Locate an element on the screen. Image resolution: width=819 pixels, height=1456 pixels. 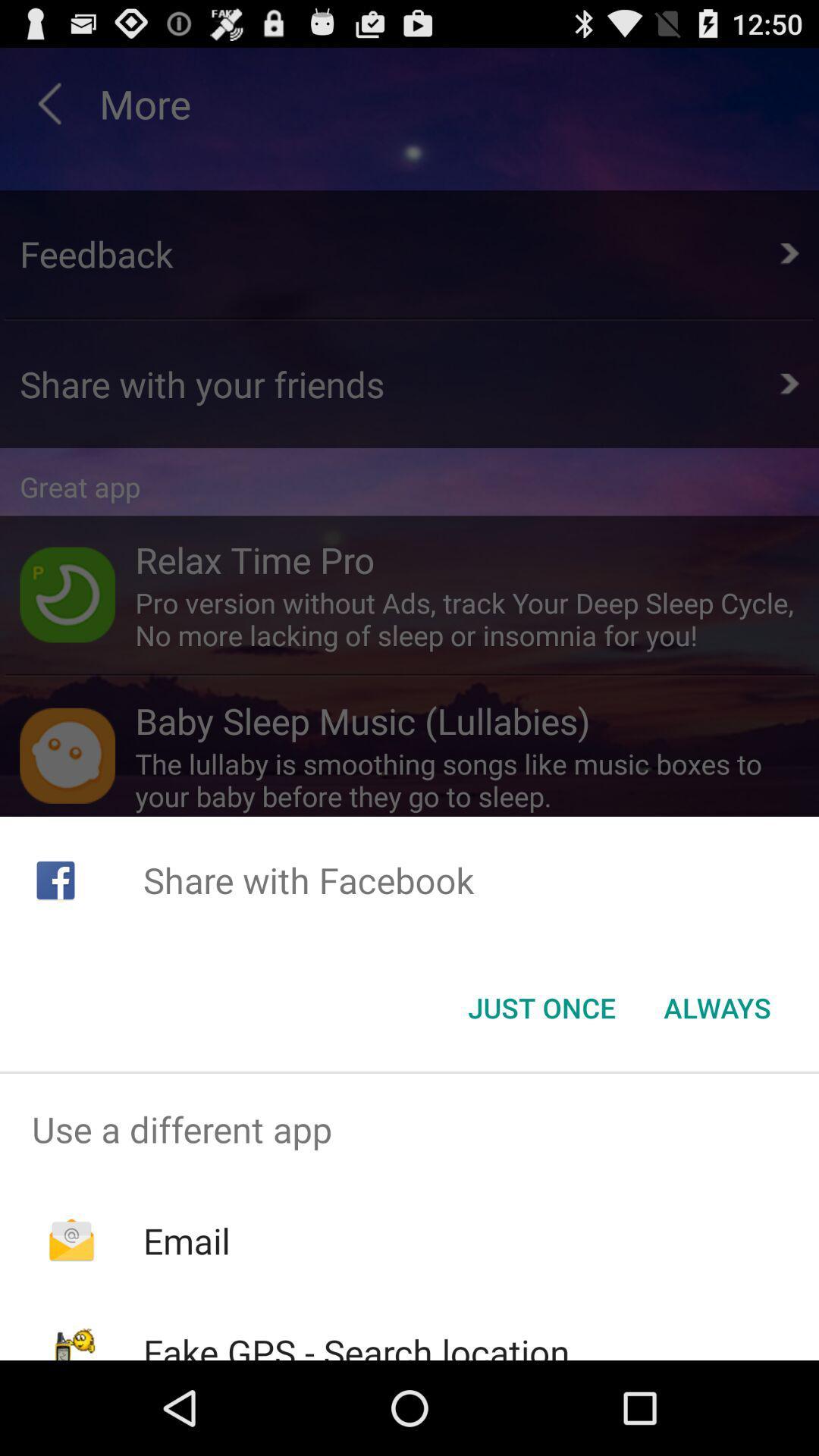
the icon below the use a different icon is located at coordinates (186, 1241).